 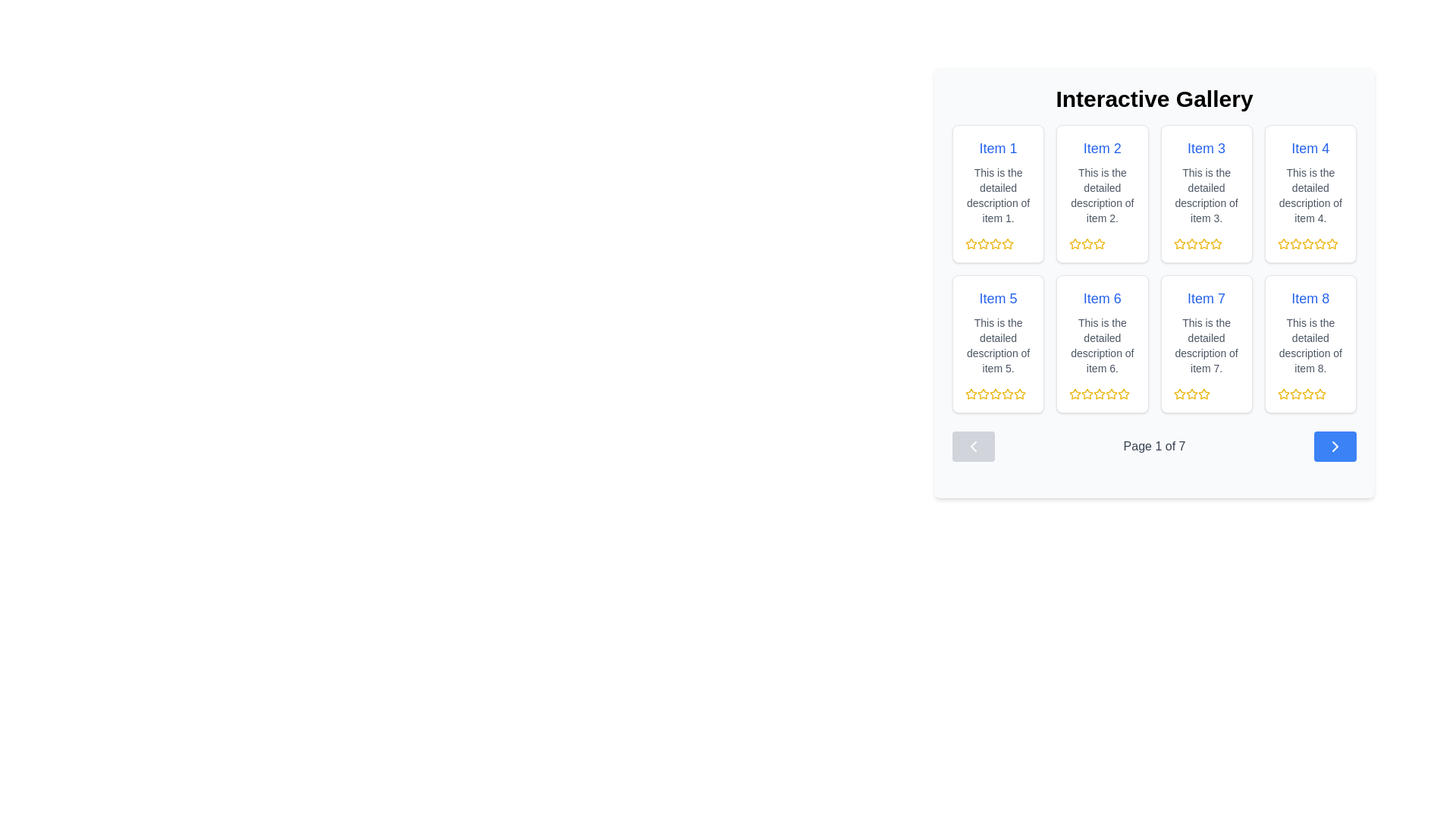 What do you see at coordinates (1100, 243) in the screenshot?
I see `the fourth star in the group of five stars used for rating the item labeled 'Item 2' in the interactive gallery` at bounding box center [1100, 243].